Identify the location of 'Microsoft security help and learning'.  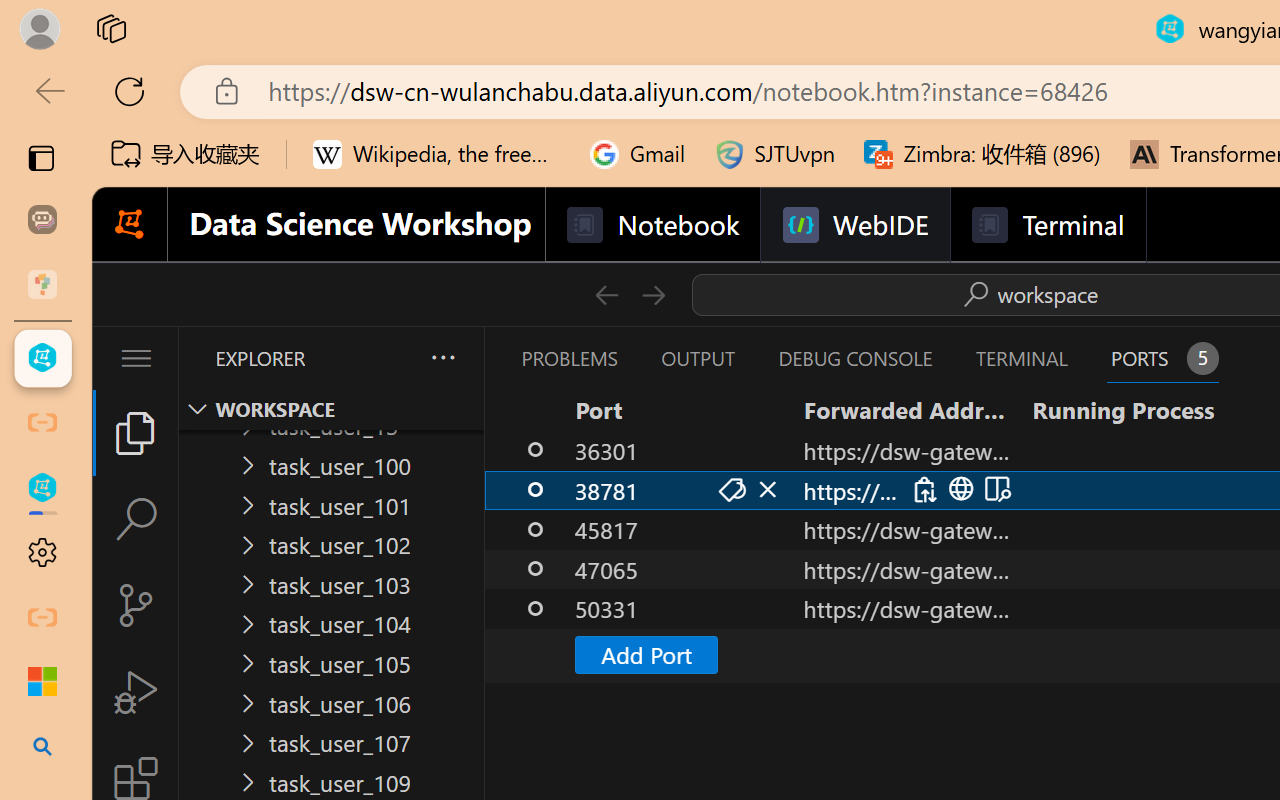
(42, 682).